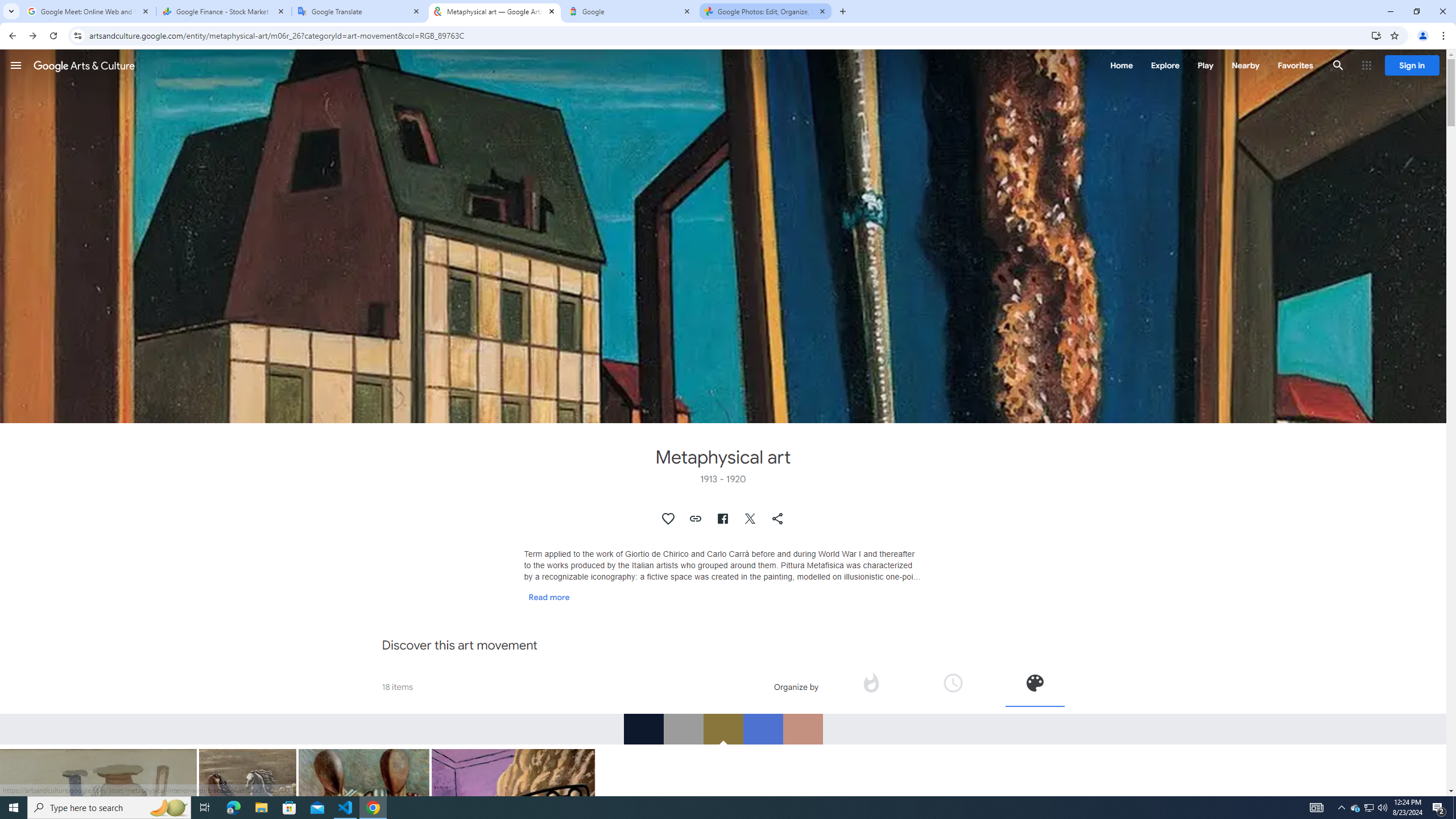  Describe the element at coordinates (359, 11) in the screenshot. I see `'Google Translate'` at that location.